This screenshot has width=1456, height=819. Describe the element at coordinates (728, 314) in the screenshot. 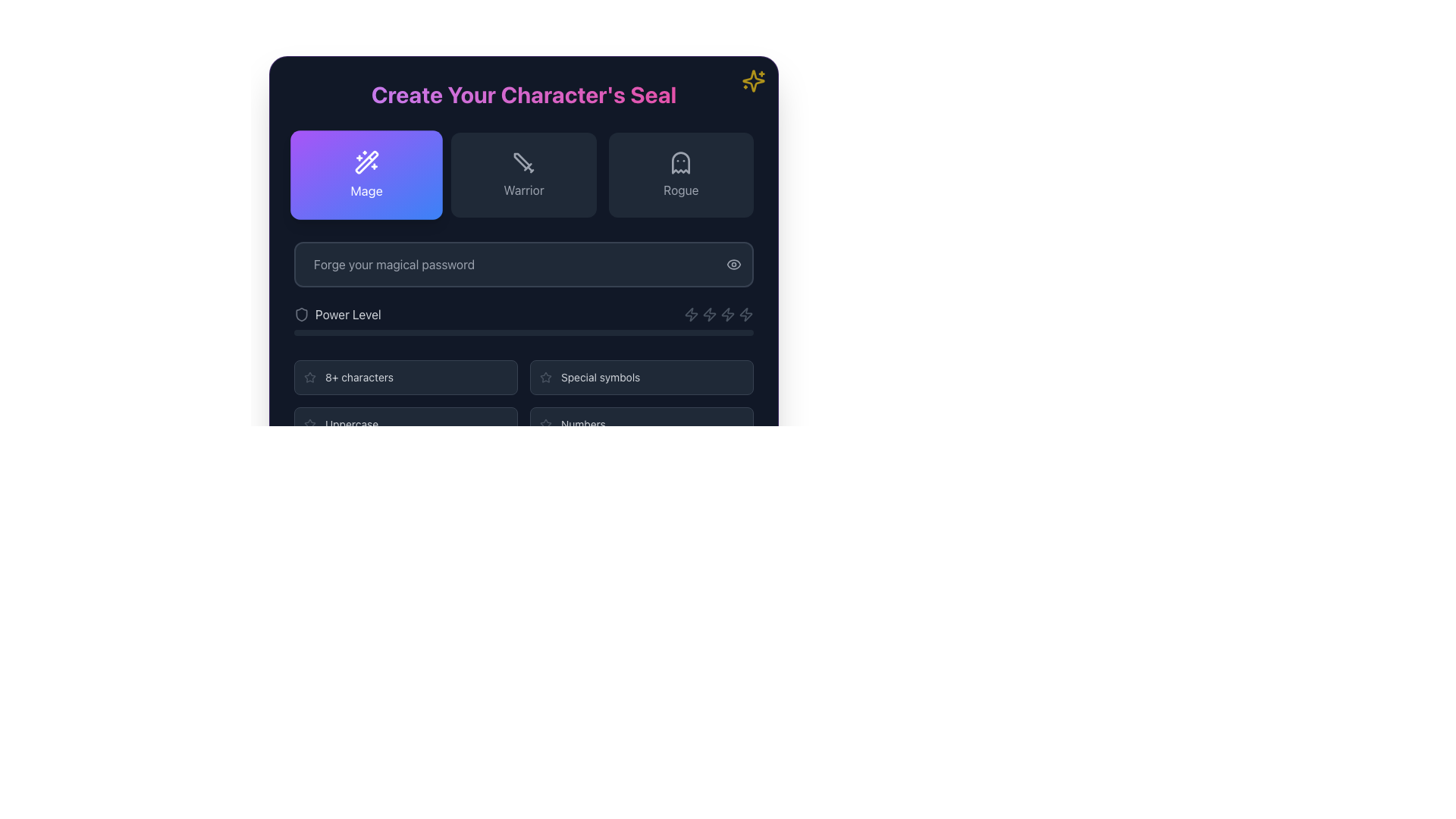

I see `the stylized lightning bolt icon, which is the last icon in a horizontal group of similar icons, rendered in light gray on a dark background` at that location.